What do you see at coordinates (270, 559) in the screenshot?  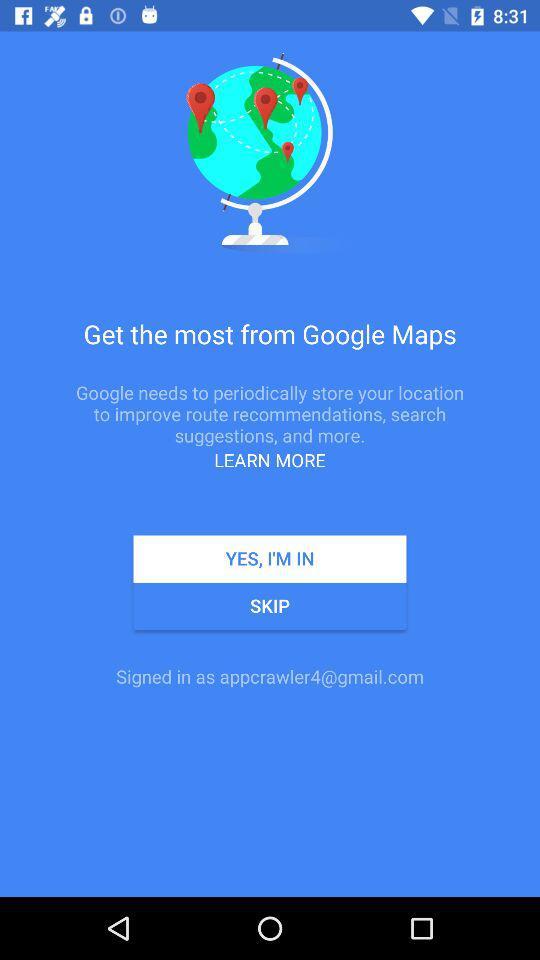 I see `the item below the learn more app` at bounding box center [270, 559].